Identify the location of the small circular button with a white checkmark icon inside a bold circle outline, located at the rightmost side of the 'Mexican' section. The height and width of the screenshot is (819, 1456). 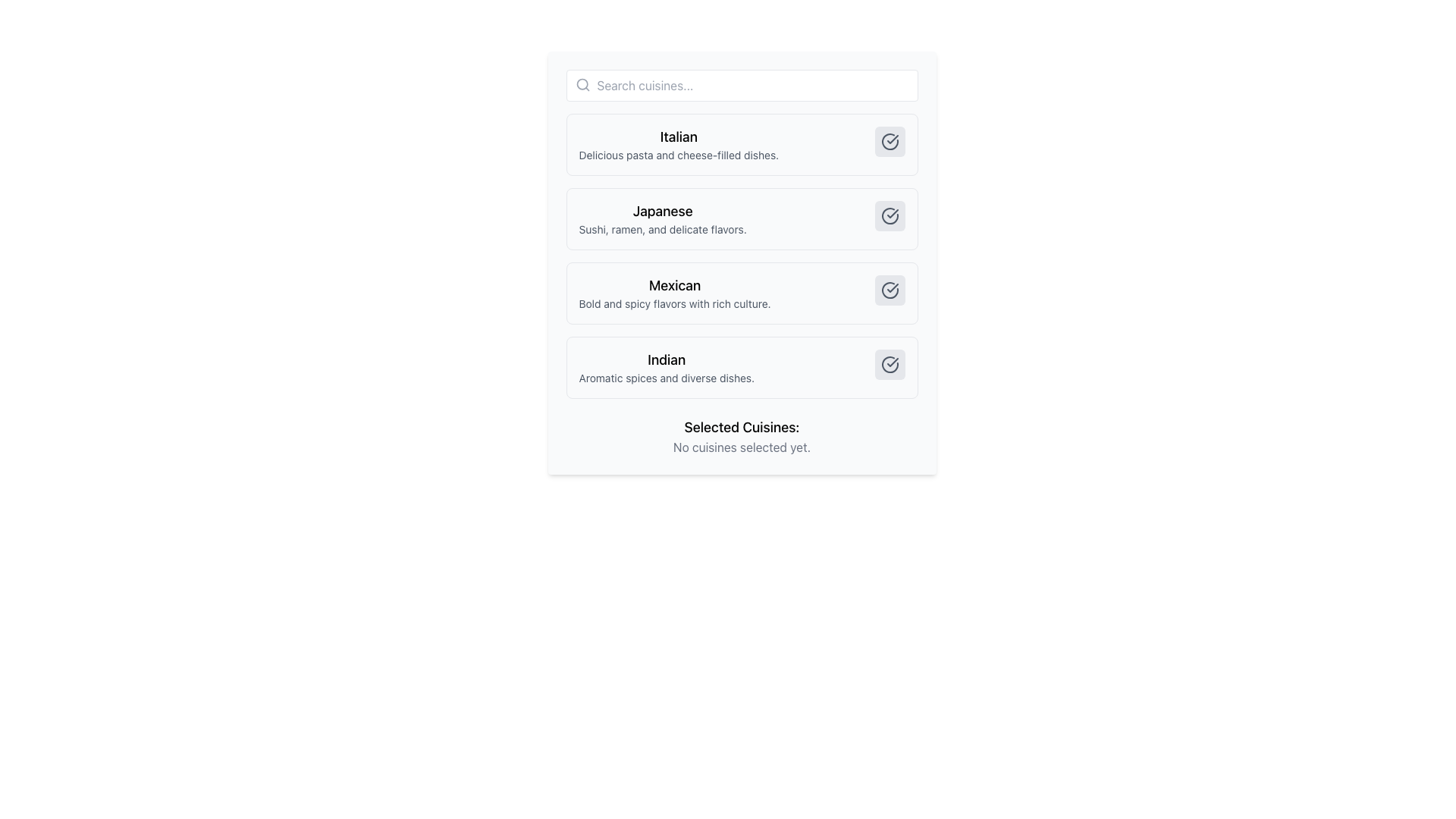
(890, 290).